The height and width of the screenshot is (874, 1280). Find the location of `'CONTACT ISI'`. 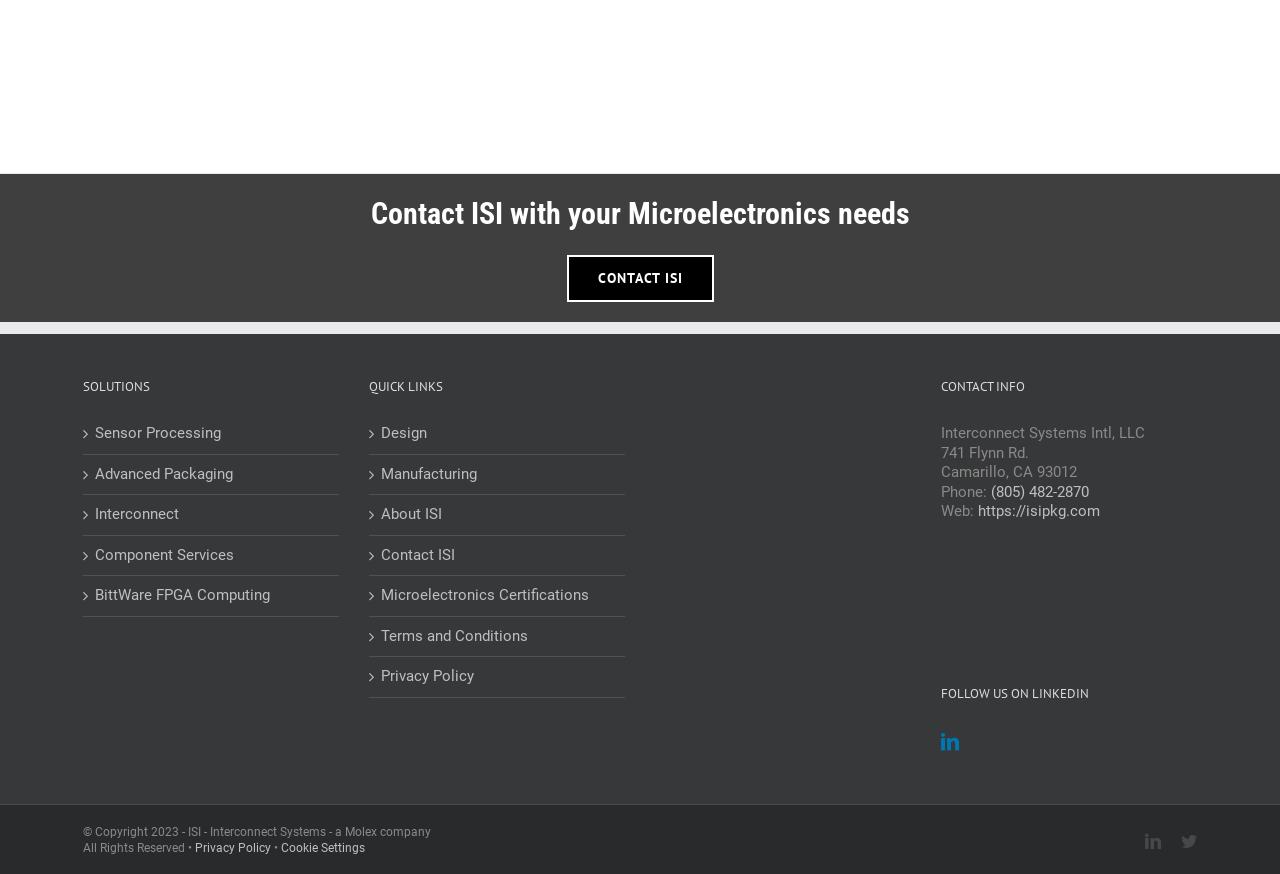

'CONTACT ISI' is located at coordinates (638, 276).